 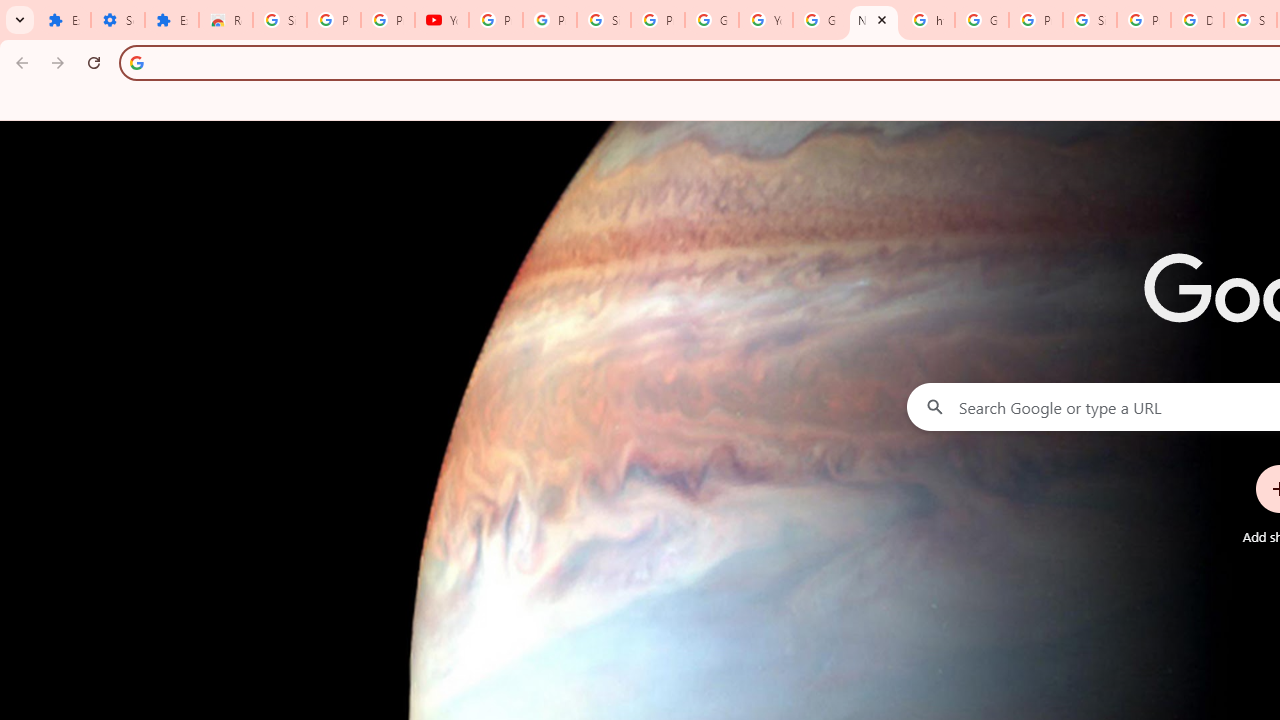 I want to click on 'Google Account', so click(x=711, y=20).